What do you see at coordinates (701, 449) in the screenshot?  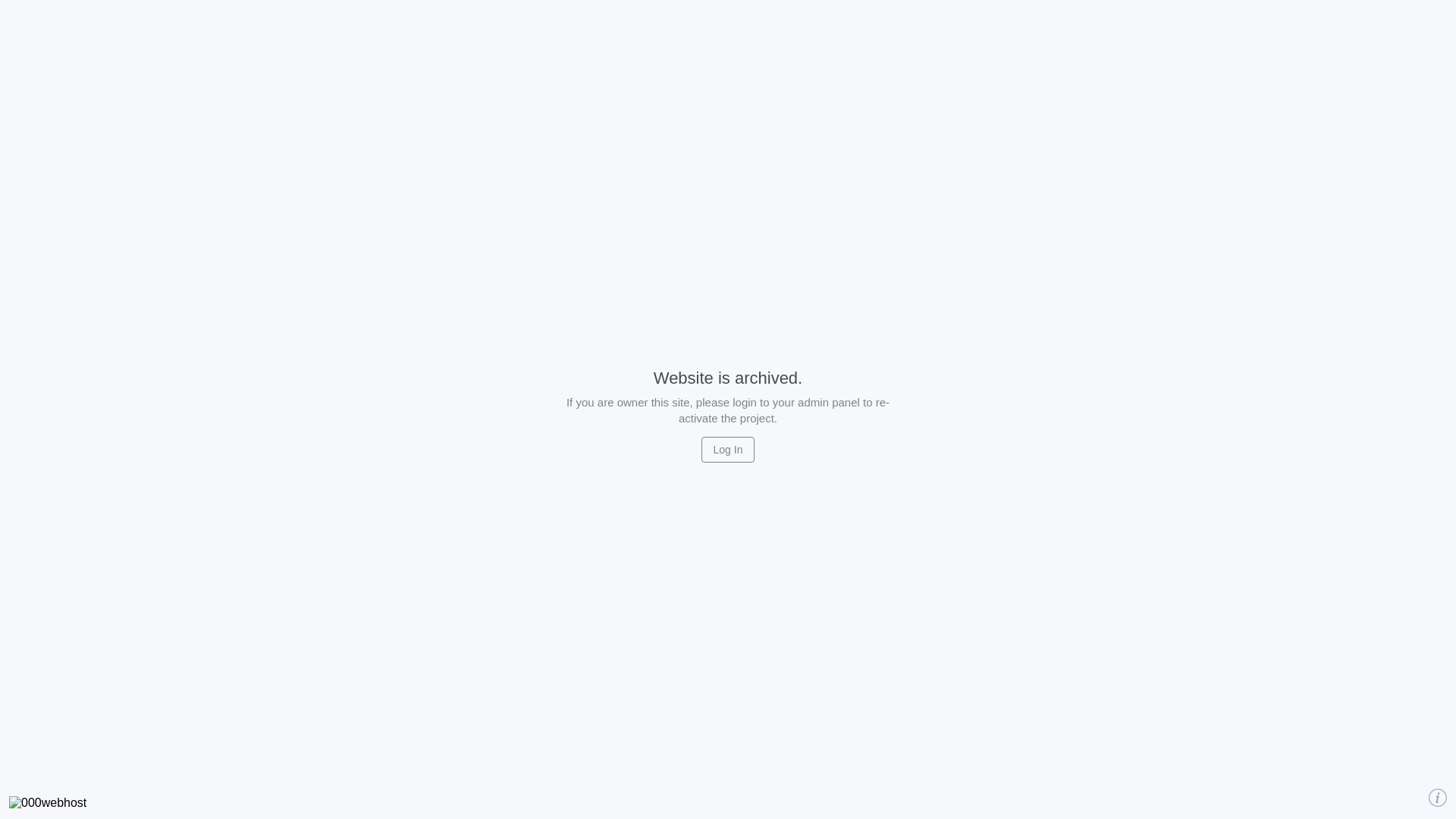 I see `'Log In'` at bounding box center [701, 449].